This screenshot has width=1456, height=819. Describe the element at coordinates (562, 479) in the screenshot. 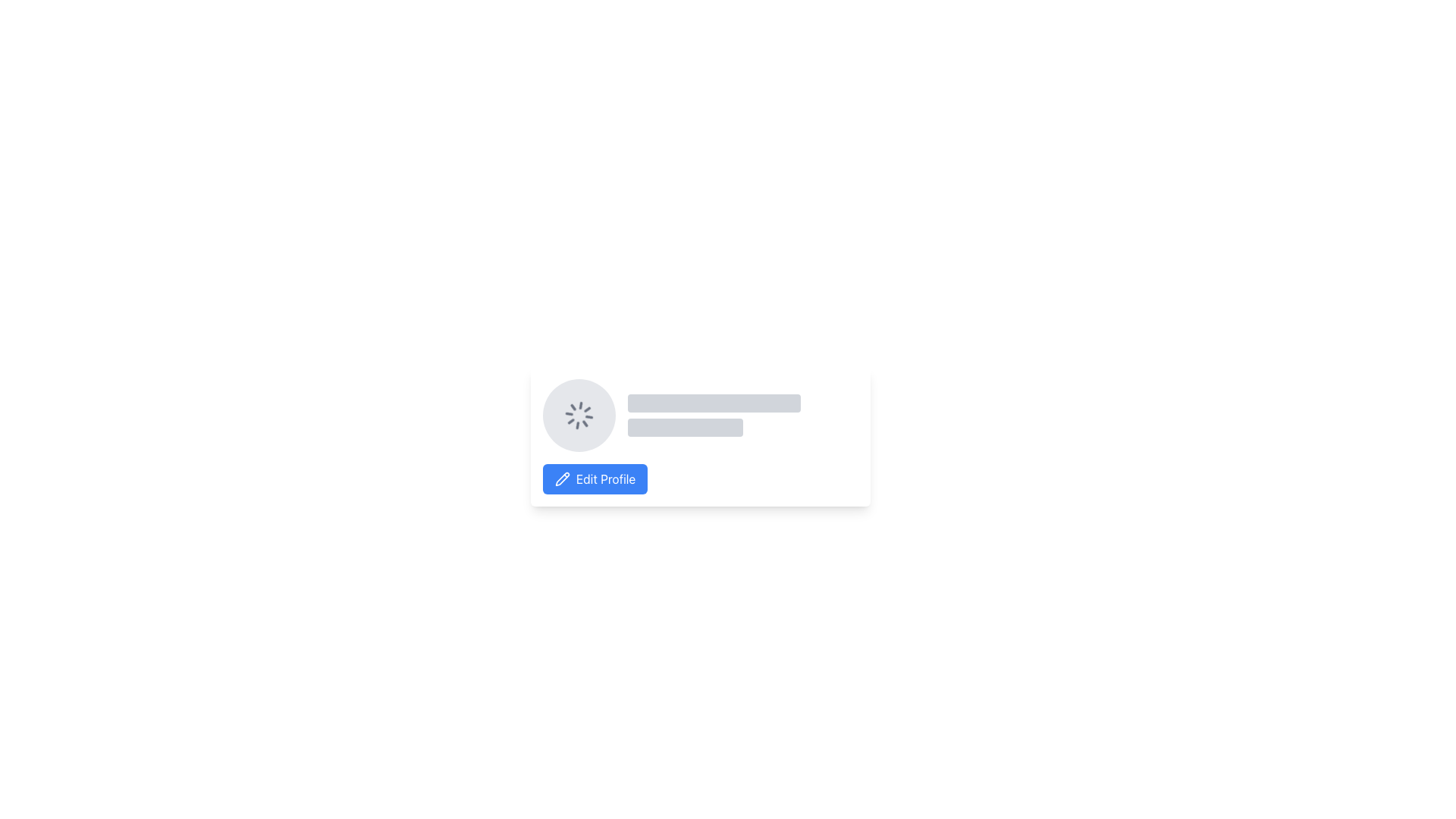

I see `the 'Edit Profile' button located at the lower-left corner of the user card interface to initiate editing, which is visually indicated by the editing pencil icon` at that location.